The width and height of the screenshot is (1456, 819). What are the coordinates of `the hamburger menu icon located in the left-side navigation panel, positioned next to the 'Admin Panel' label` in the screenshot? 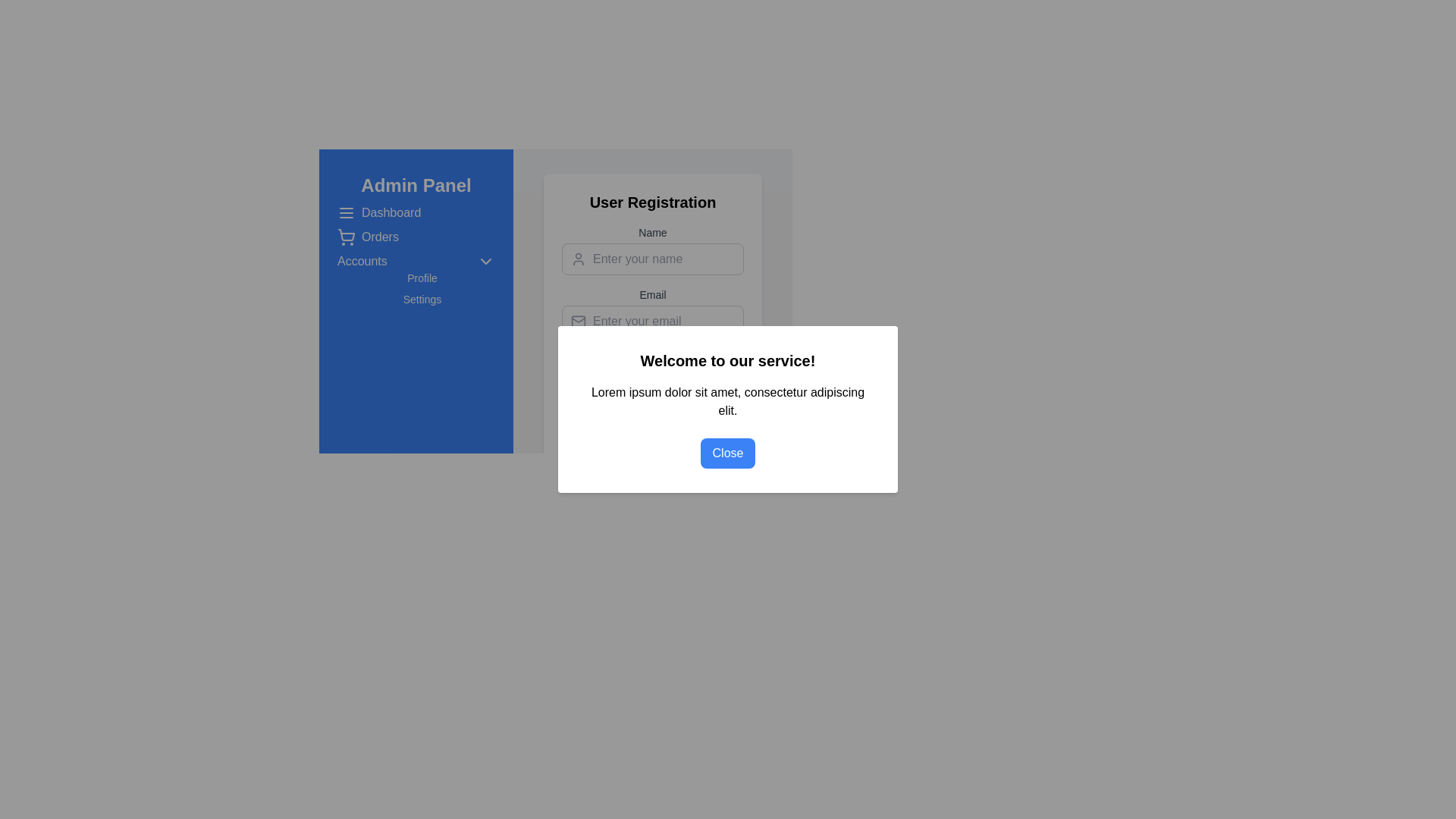 It's located at (345, 213).